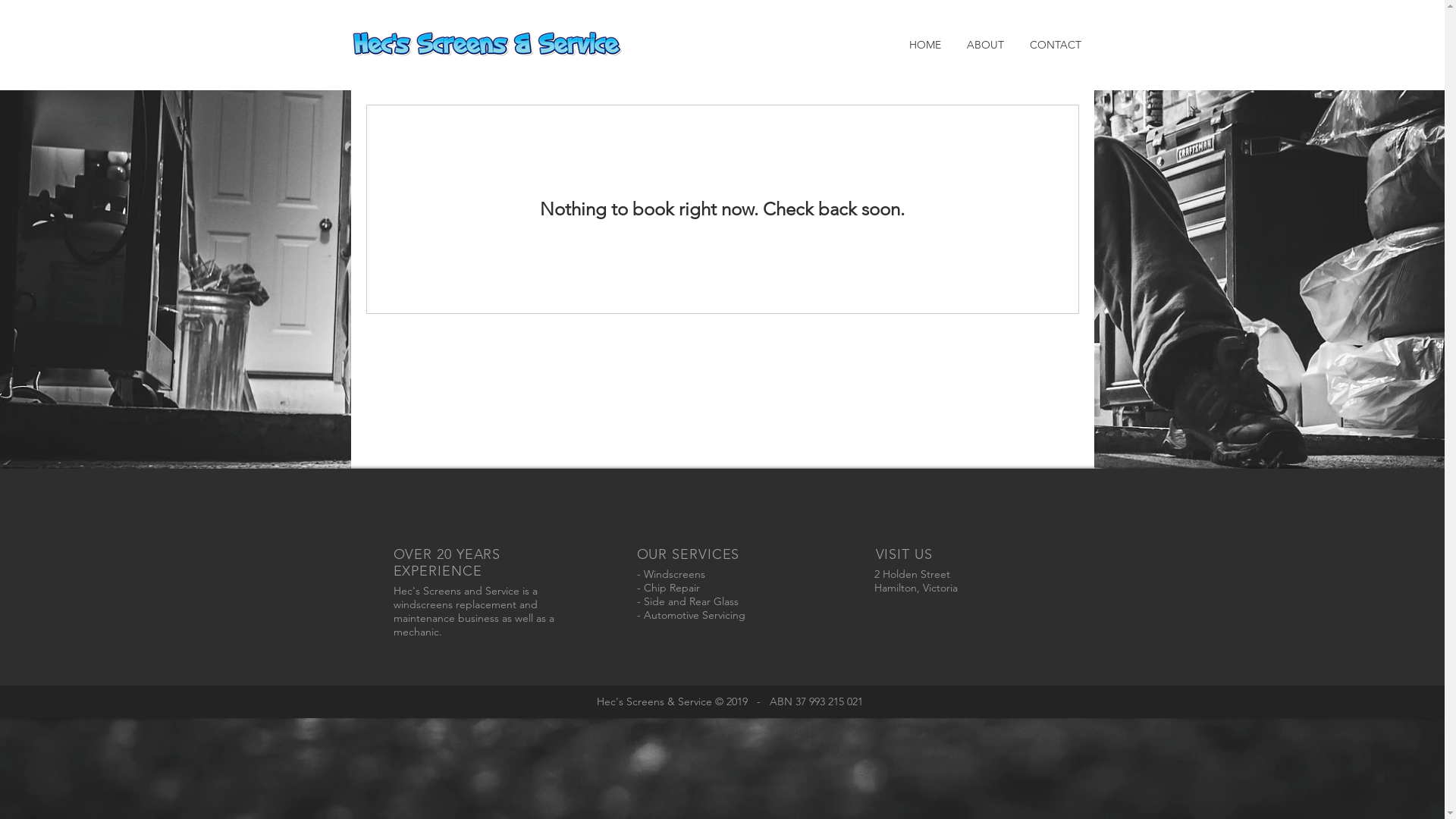 This screenshot has height=819, width=1456. I want to click on 'CONTACT', so click(1054, 43).